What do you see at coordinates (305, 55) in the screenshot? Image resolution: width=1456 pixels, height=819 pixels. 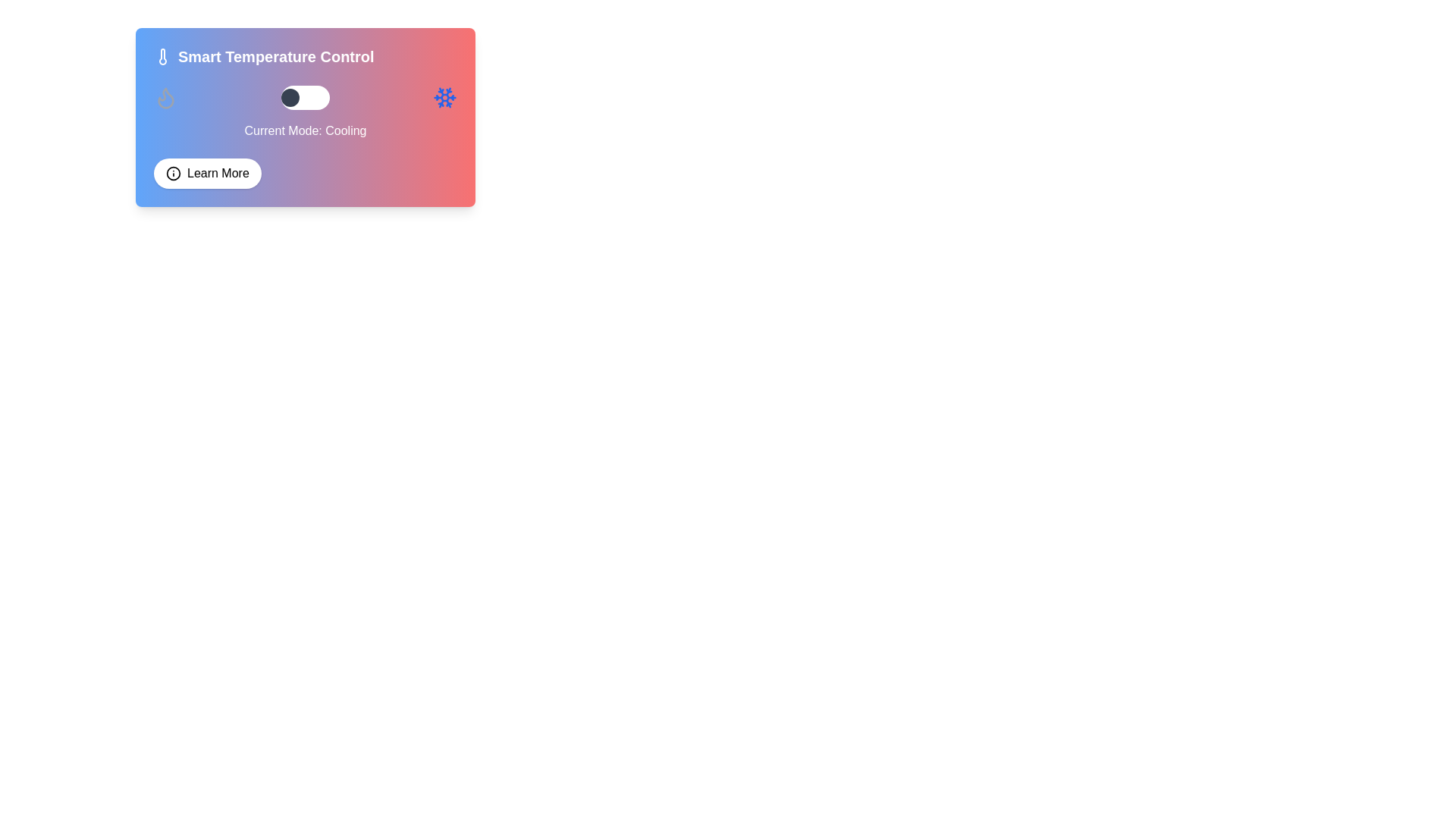 I see `the title element styled with bold, large white font, which includes a thermometer icon and the text 'Smart Temperature Control', located at the top of the card` at bounding box center [305, 55].